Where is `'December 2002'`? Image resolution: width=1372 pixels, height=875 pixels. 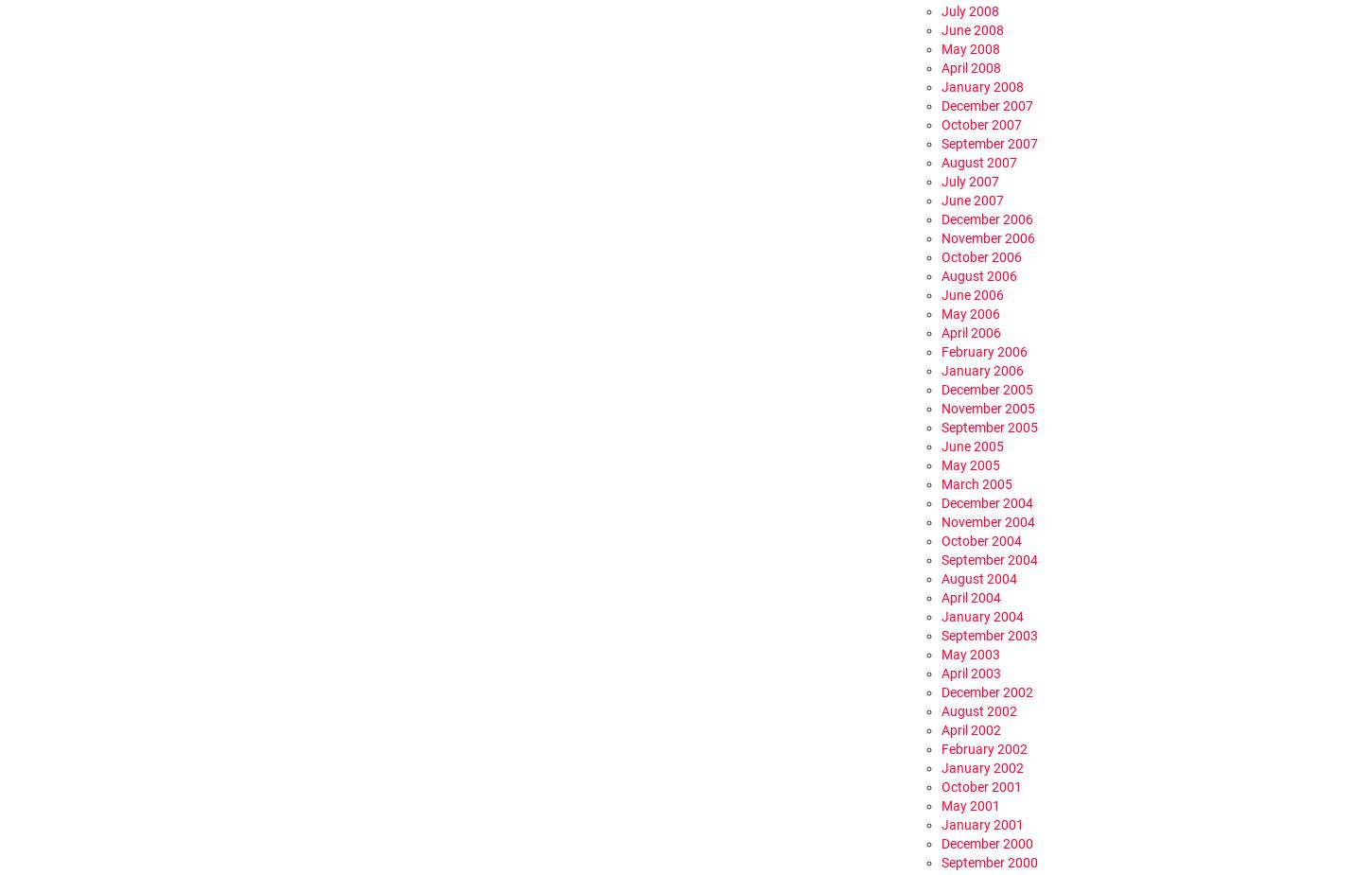 'December 2002' is located at coordinates (941, 691).